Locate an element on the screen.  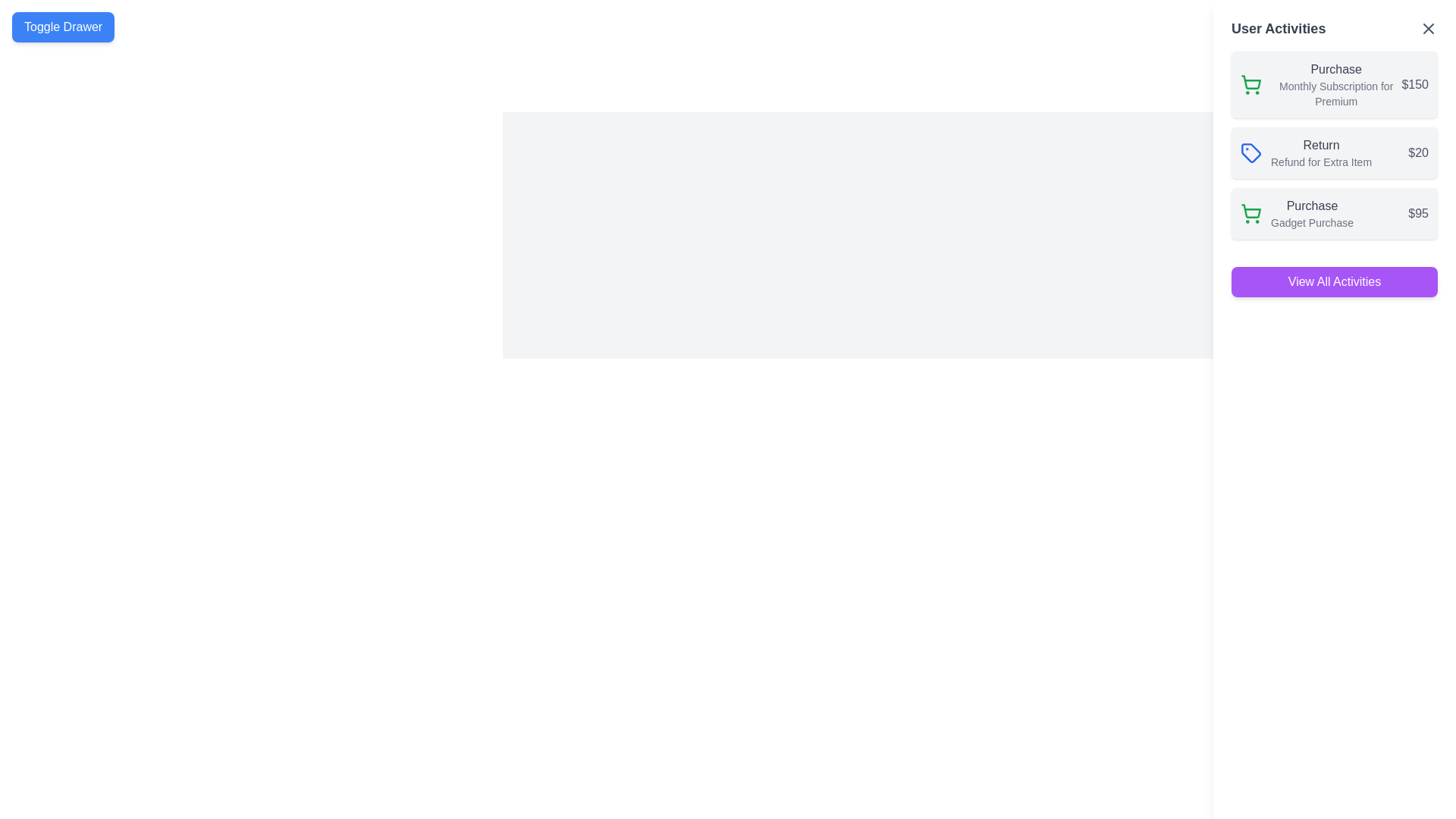
the text label that reads 'Refund for Extra Item', which is positioned below the 'Return' text in the 'User Activities' panel is located at coordinates (1320, 162).